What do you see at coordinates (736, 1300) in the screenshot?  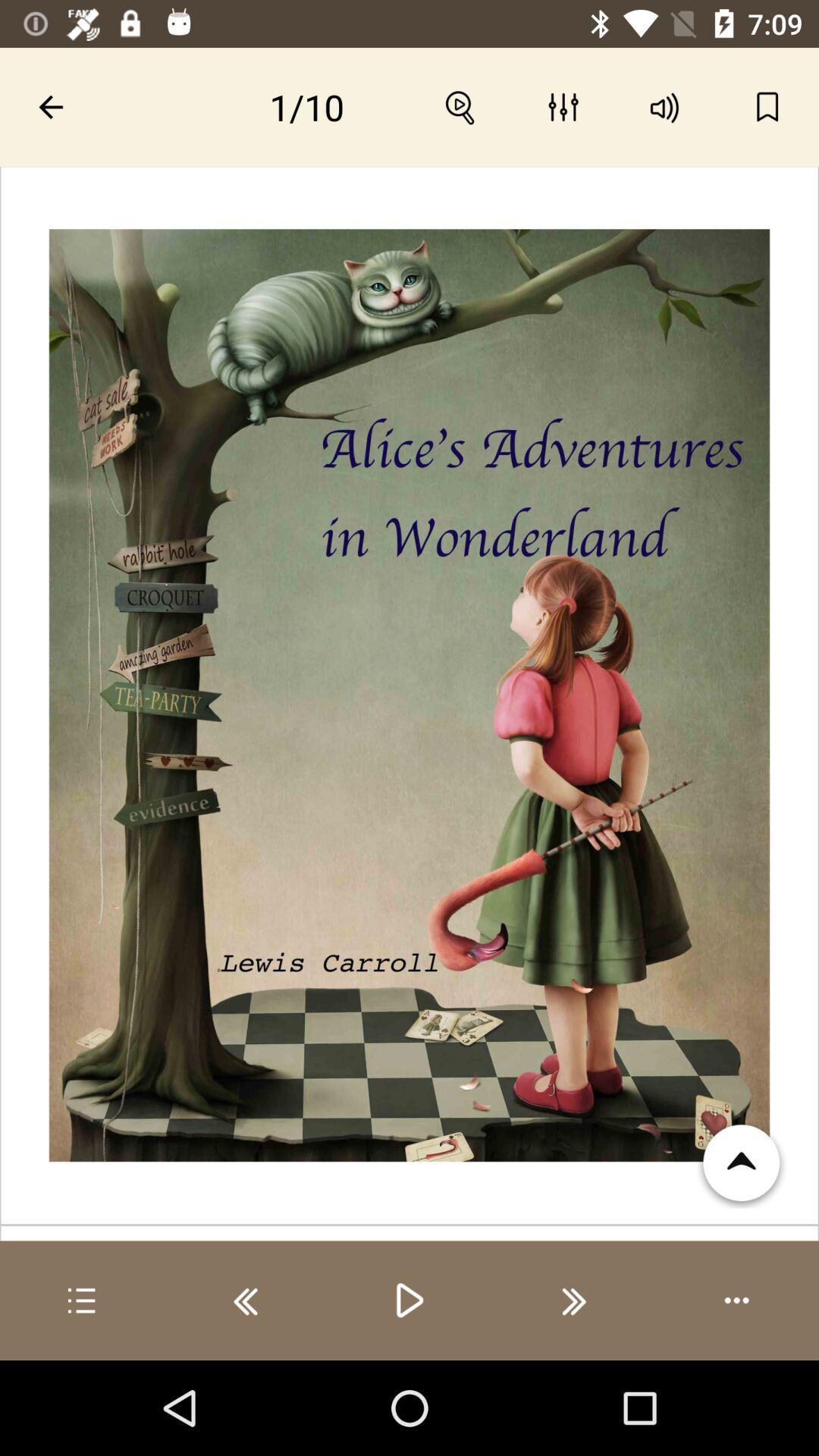 I see `switch autoplay option` at bounding box center [736, 1300].